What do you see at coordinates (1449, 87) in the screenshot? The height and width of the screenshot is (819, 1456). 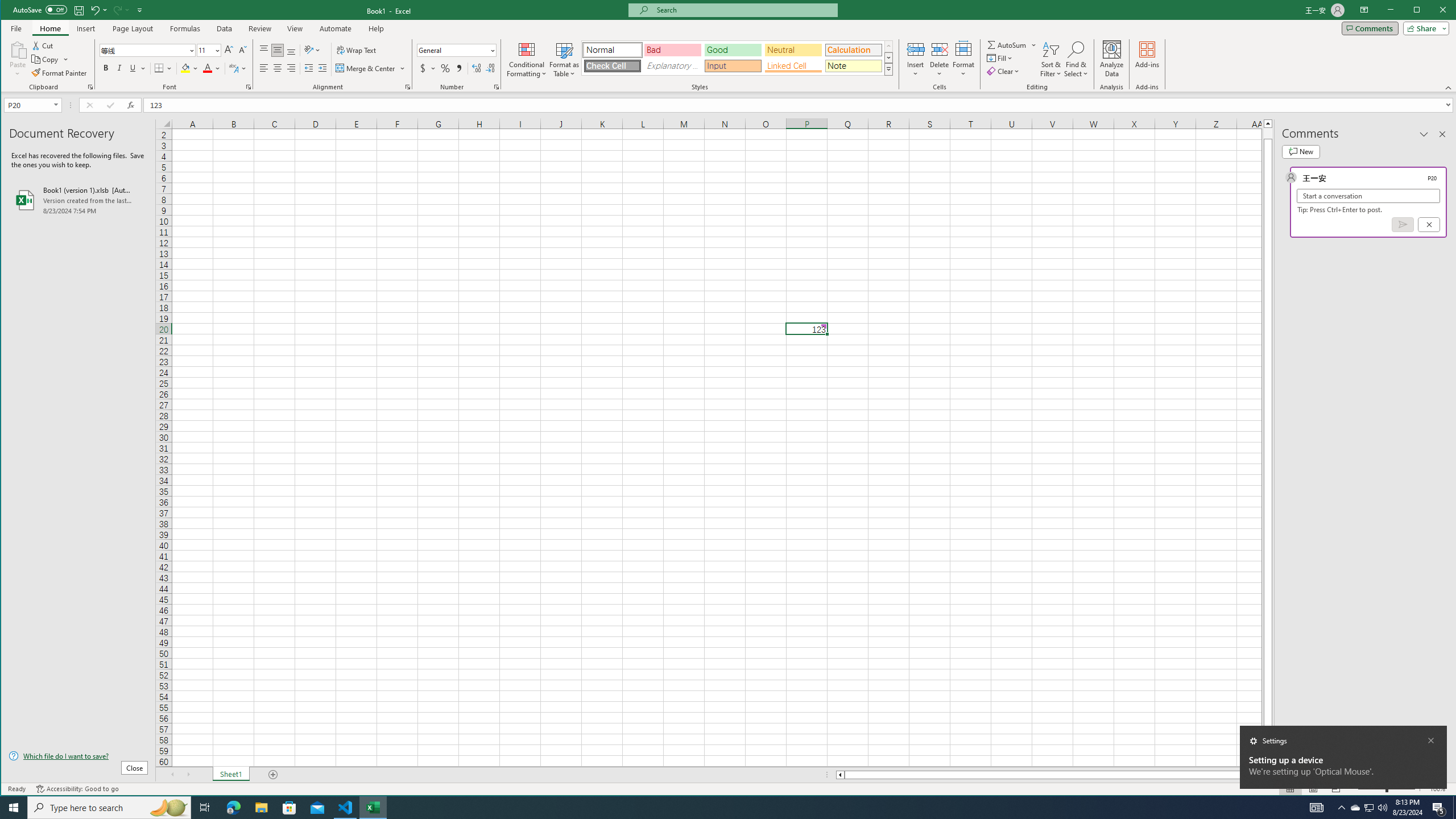 I see `'Collapse the Ribbon'` at bounding box center [1449, 87].